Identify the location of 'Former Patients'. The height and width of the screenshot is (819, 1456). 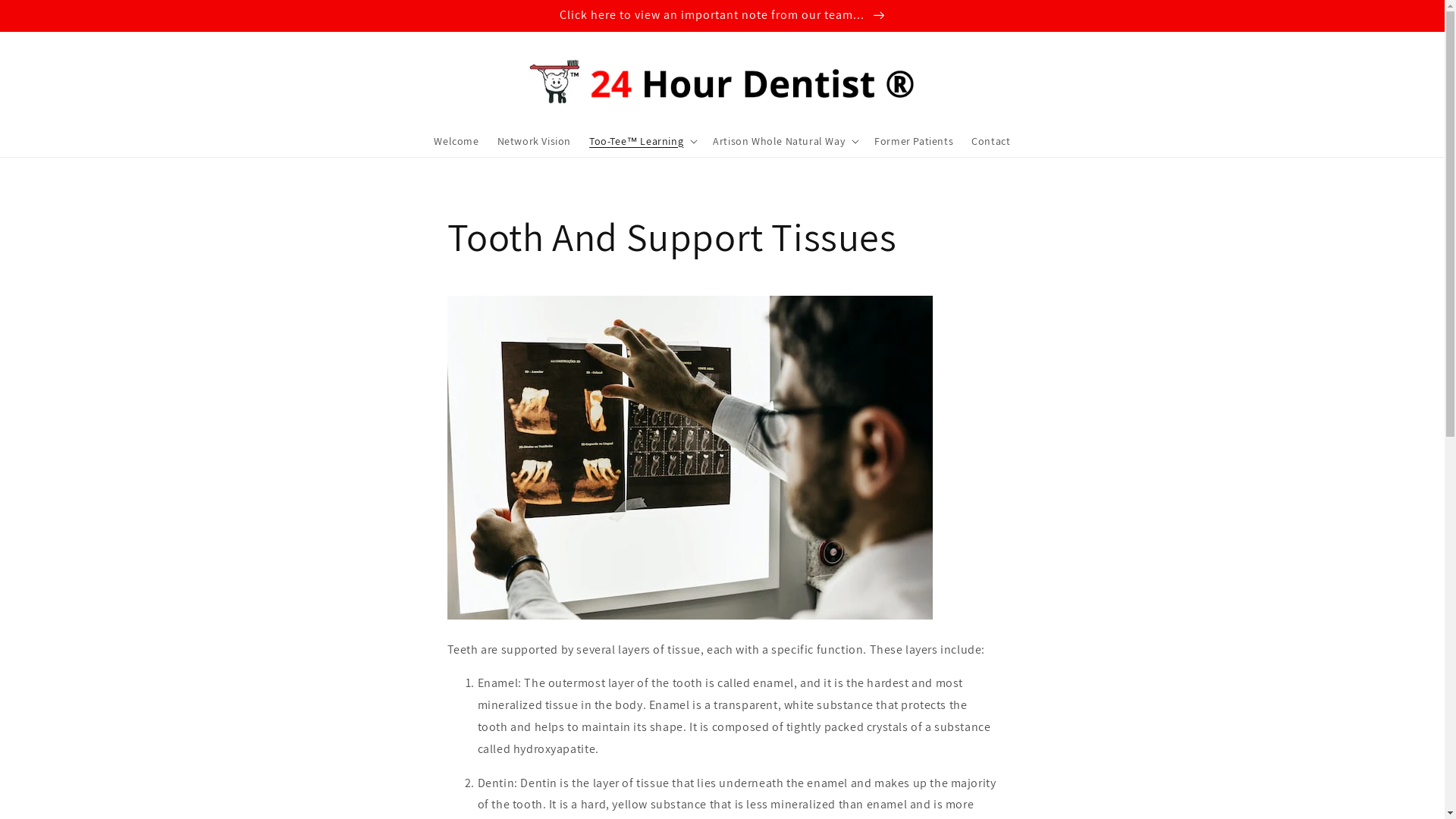
(865, 140).